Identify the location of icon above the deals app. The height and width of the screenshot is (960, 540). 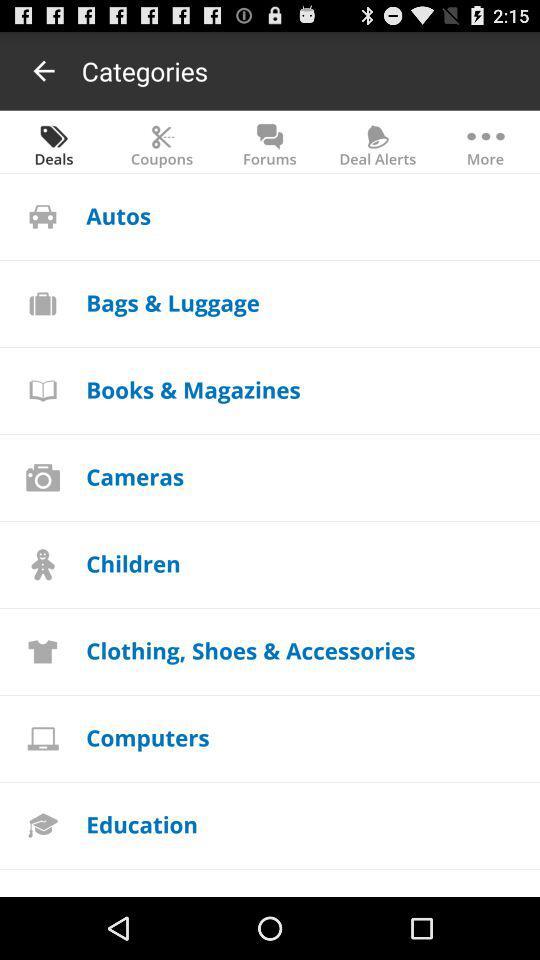
(44, 70).